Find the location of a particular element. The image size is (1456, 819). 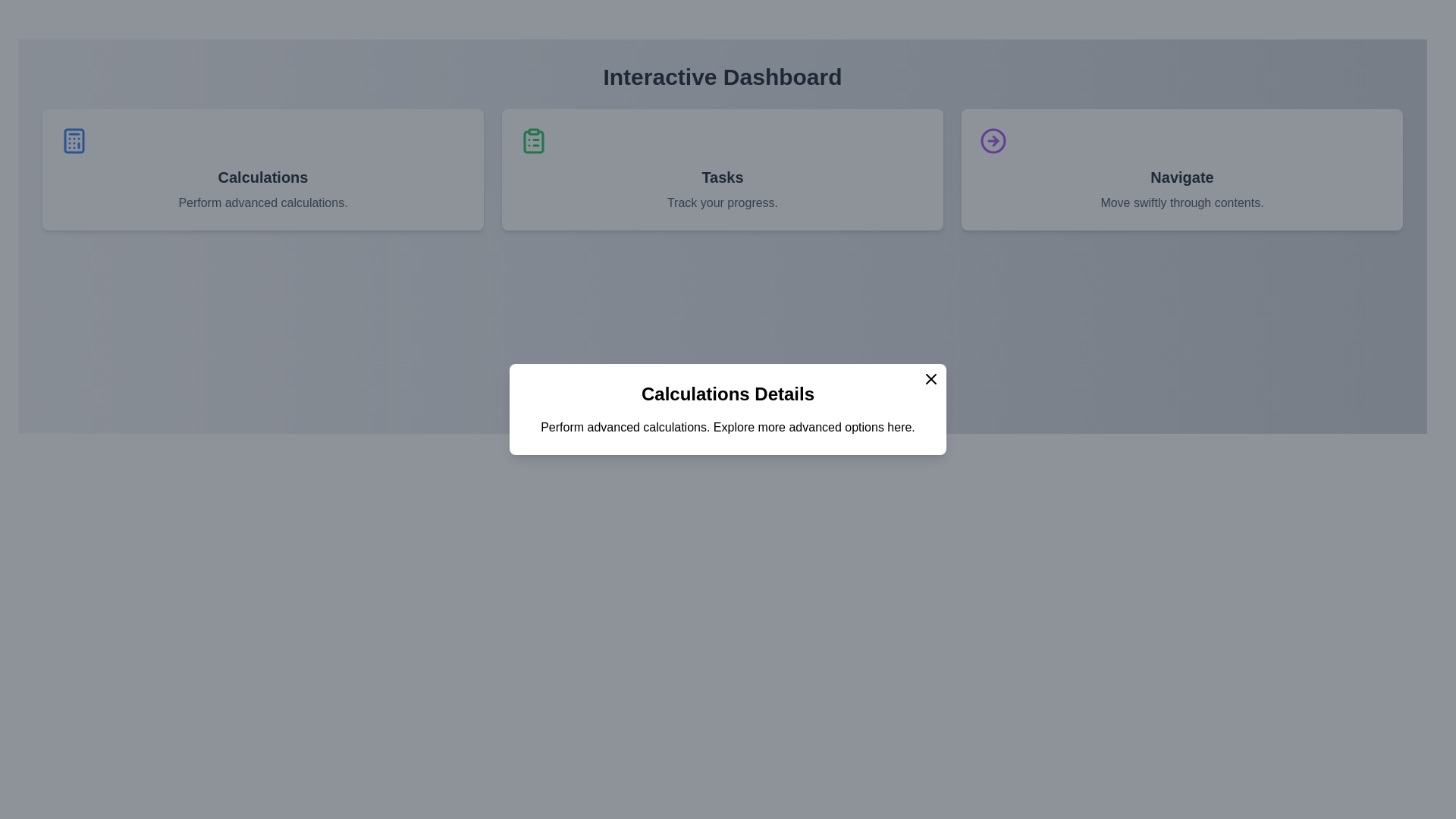

text label displaying 'Perform advanced calculations.' located below the title 'Calculations' within the first card on the left is located at coordinates (262, 202).